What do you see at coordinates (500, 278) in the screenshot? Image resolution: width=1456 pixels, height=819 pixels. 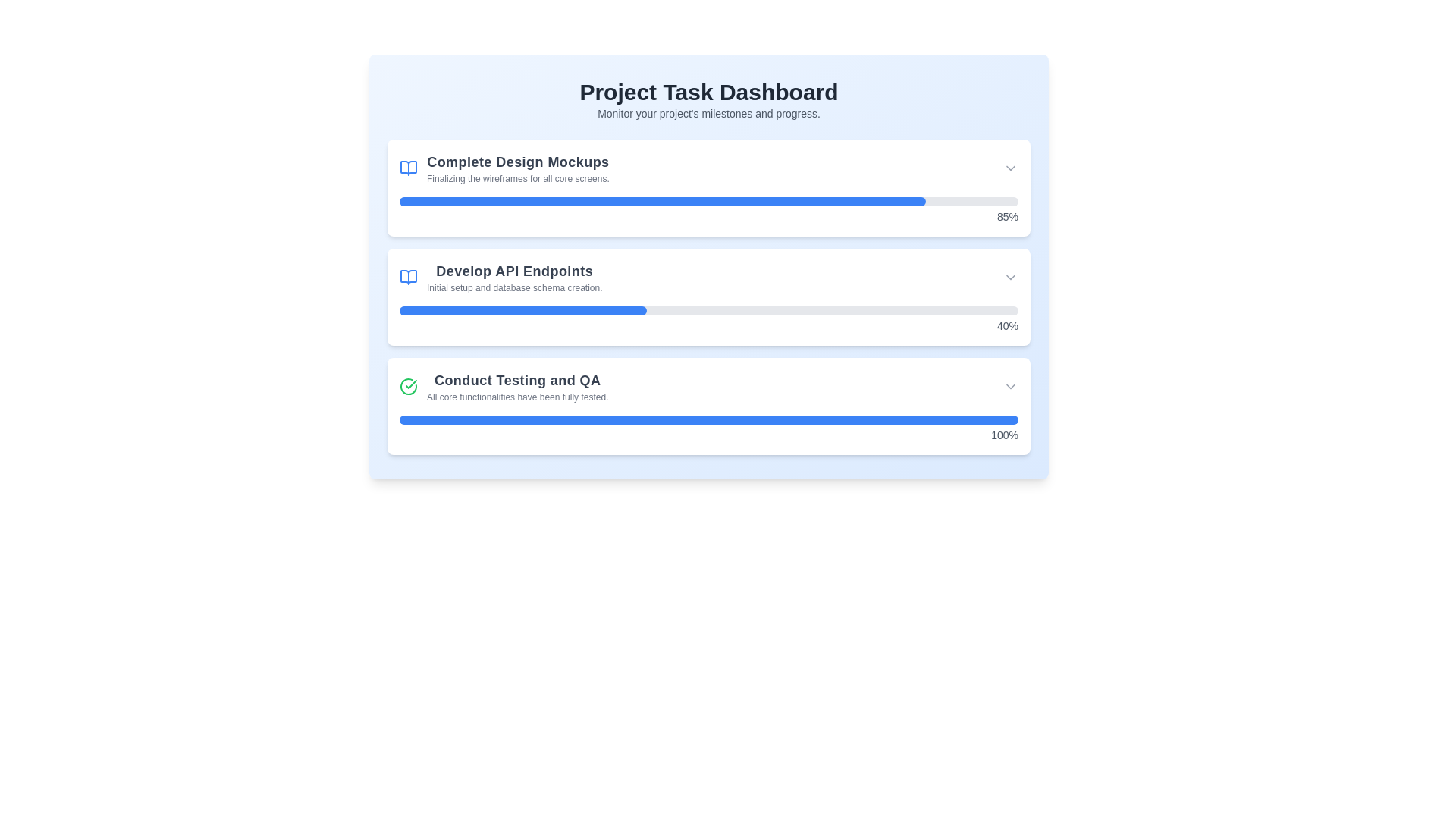 I see `the second task item in the project dashboard that contains the title 'Develop API Endpoints' and a blue book icon` at bounding box center [500, 278].